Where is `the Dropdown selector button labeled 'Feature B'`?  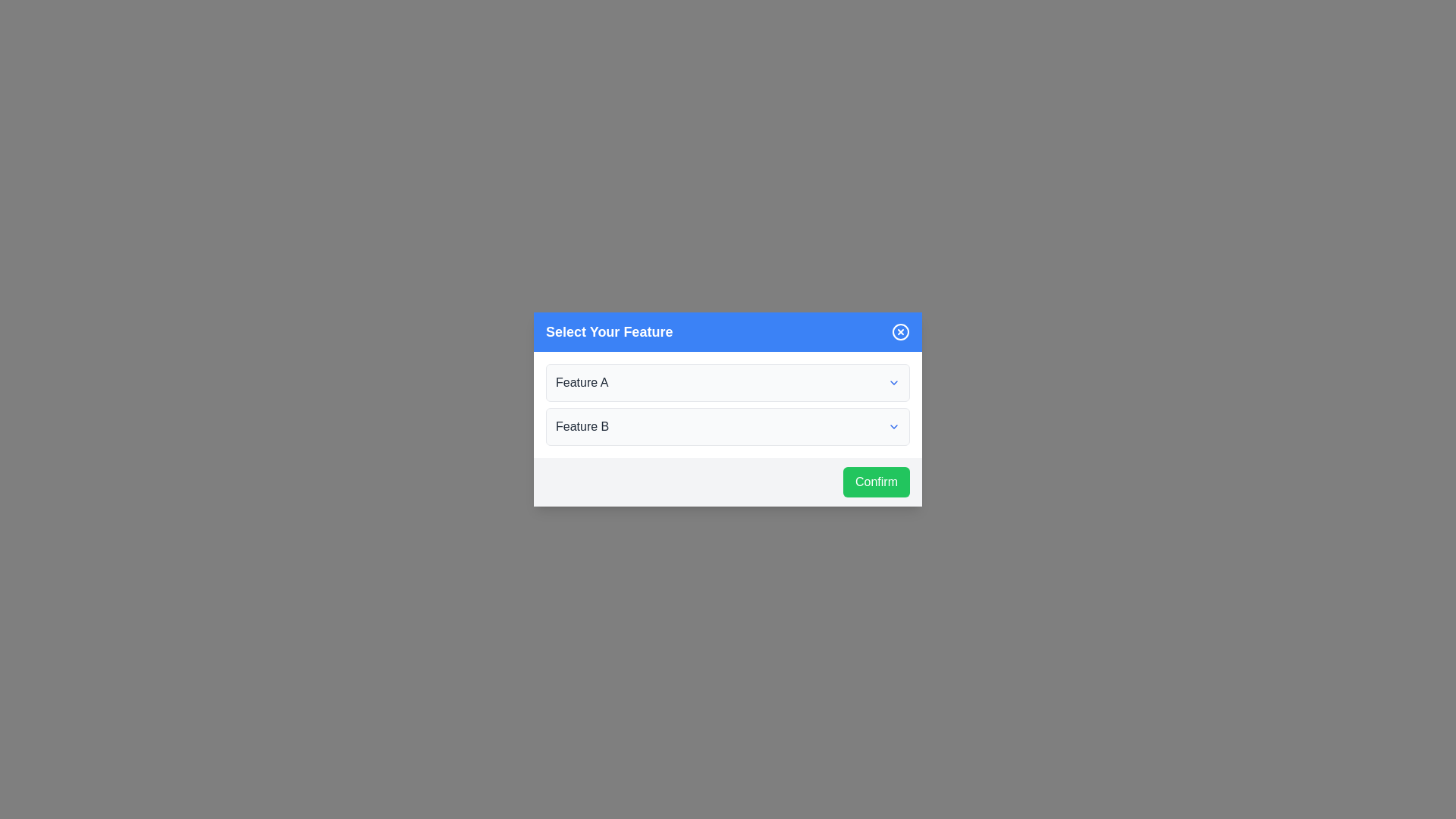 the Dropdown selector button labeled 'Feature B' is located at coordinates (728, 427).